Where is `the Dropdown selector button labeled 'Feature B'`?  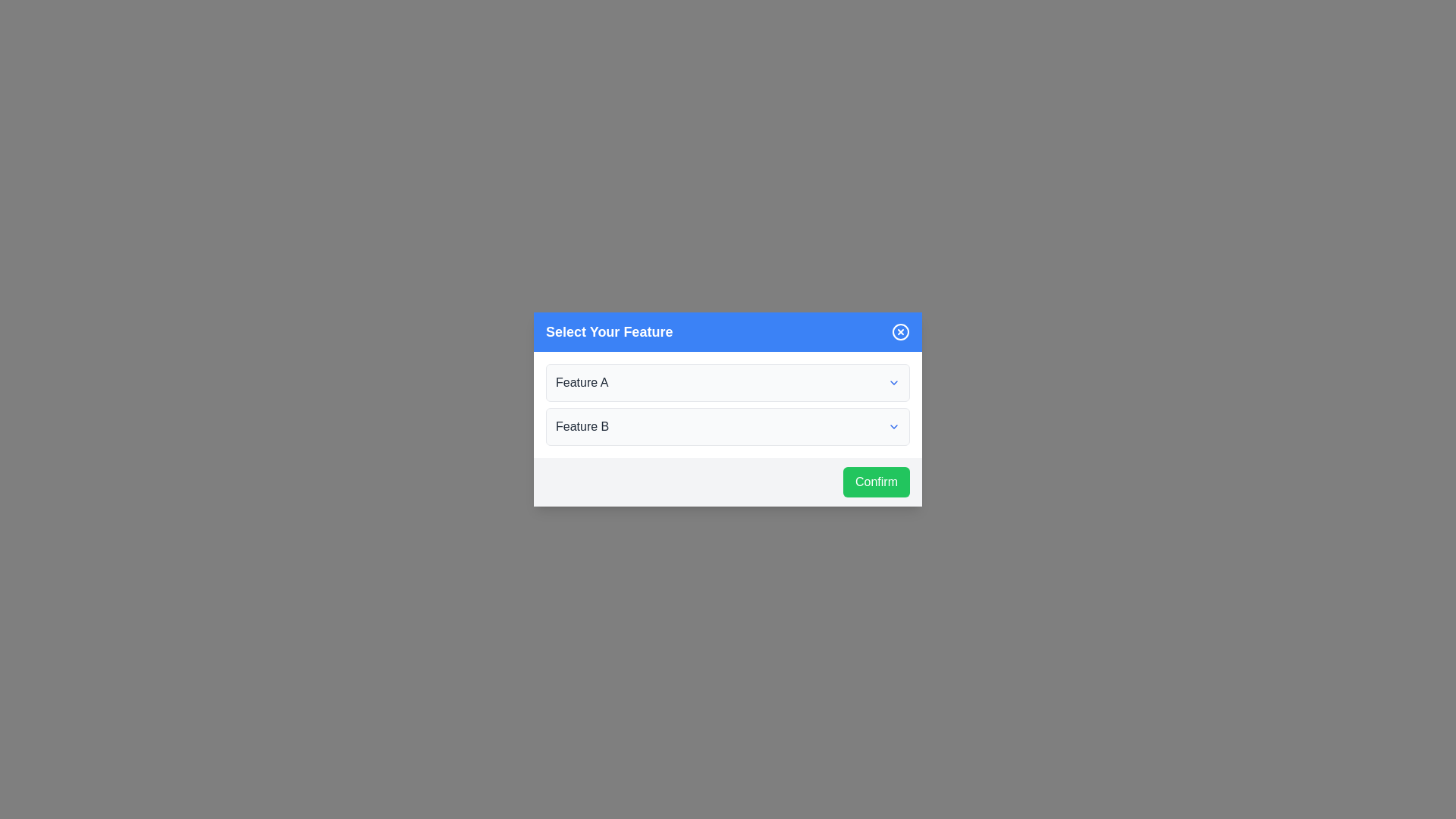 the Dropdown selector button labeled 'Feature B' is located at coordinates (728, 427).